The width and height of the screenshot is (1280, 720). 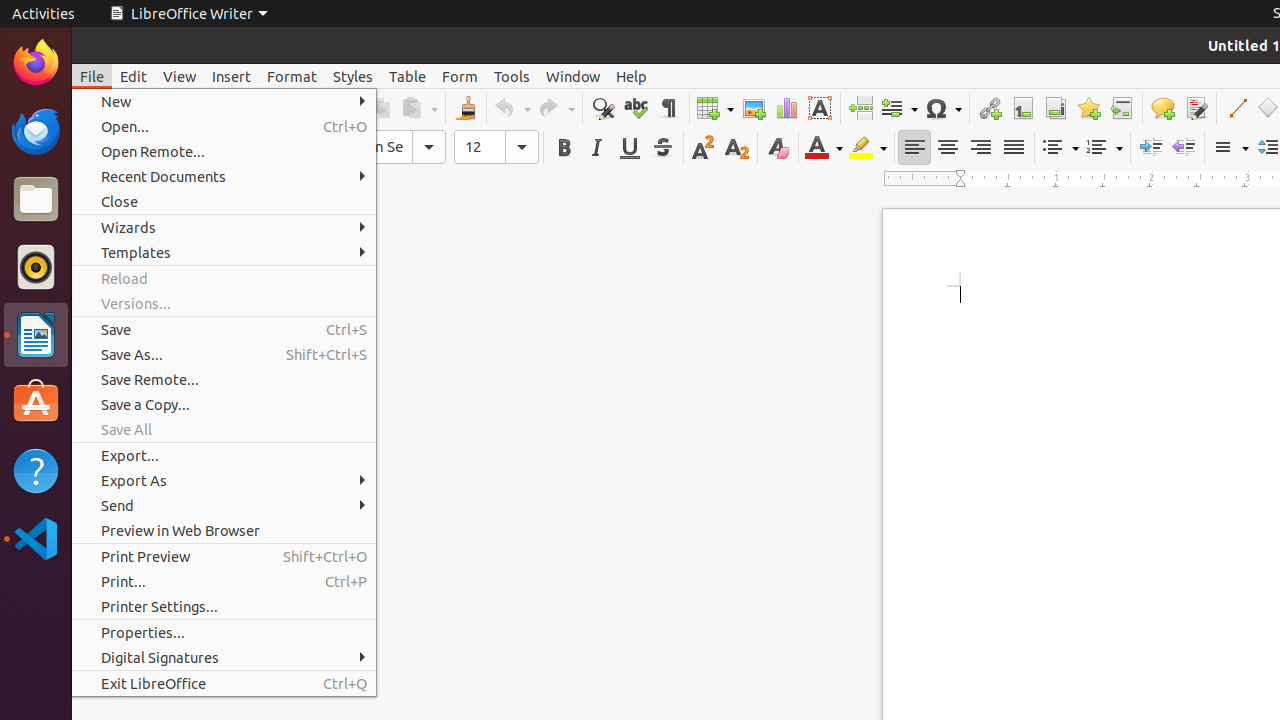 I want to click on 'Font Color', so click(x=824, y=146).